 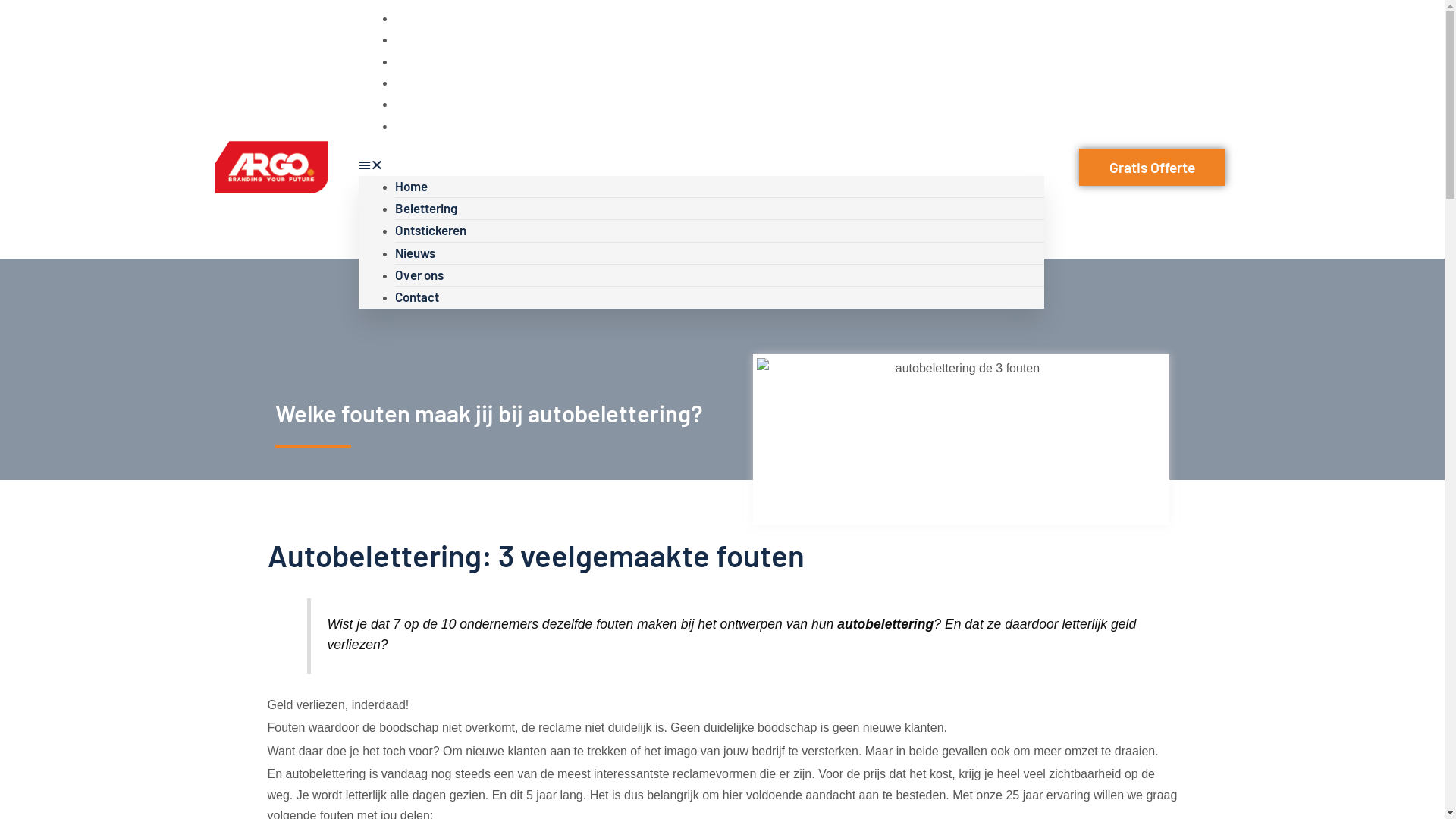 What do you see at coordinates (394, 60) in the screenshot?
I see `'Ontstickeren'` at bounding box center [394, 60].